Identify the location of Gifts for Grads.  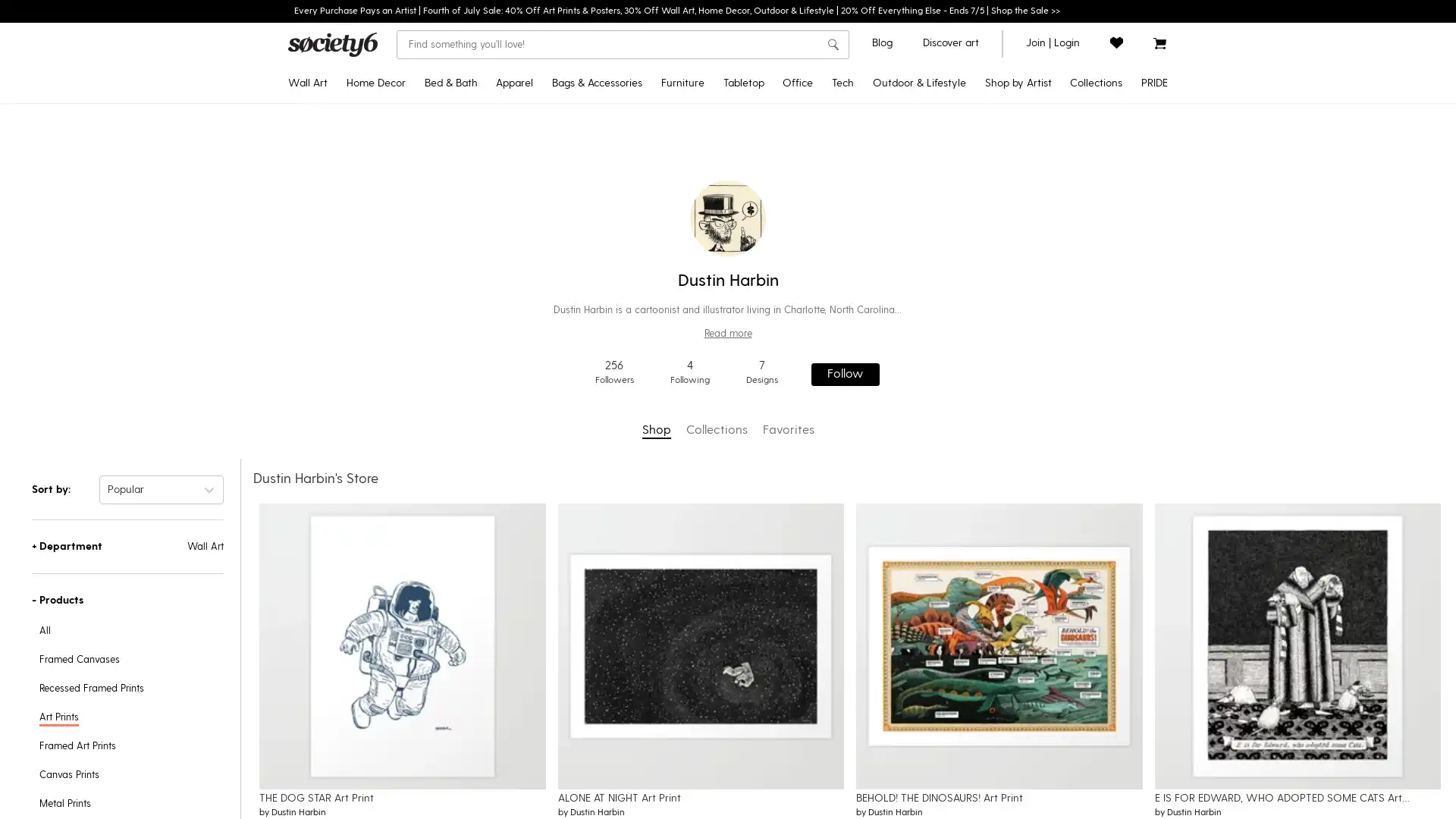
(1040, 146).